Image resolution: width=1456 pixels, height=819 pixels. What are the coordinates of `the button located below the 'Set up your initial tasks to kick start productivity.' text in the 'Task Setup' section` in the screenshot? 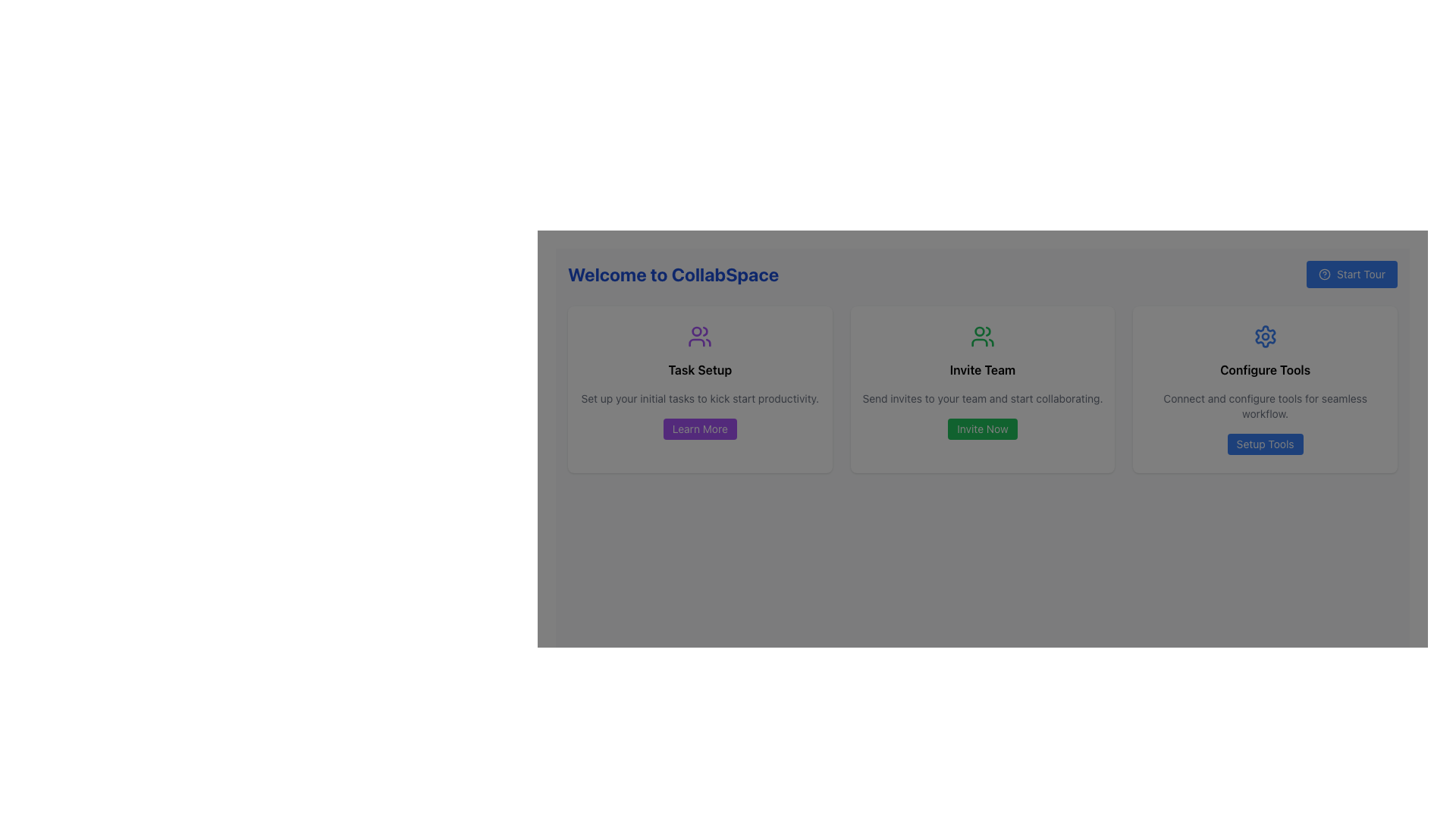 It's located at (699, 429).